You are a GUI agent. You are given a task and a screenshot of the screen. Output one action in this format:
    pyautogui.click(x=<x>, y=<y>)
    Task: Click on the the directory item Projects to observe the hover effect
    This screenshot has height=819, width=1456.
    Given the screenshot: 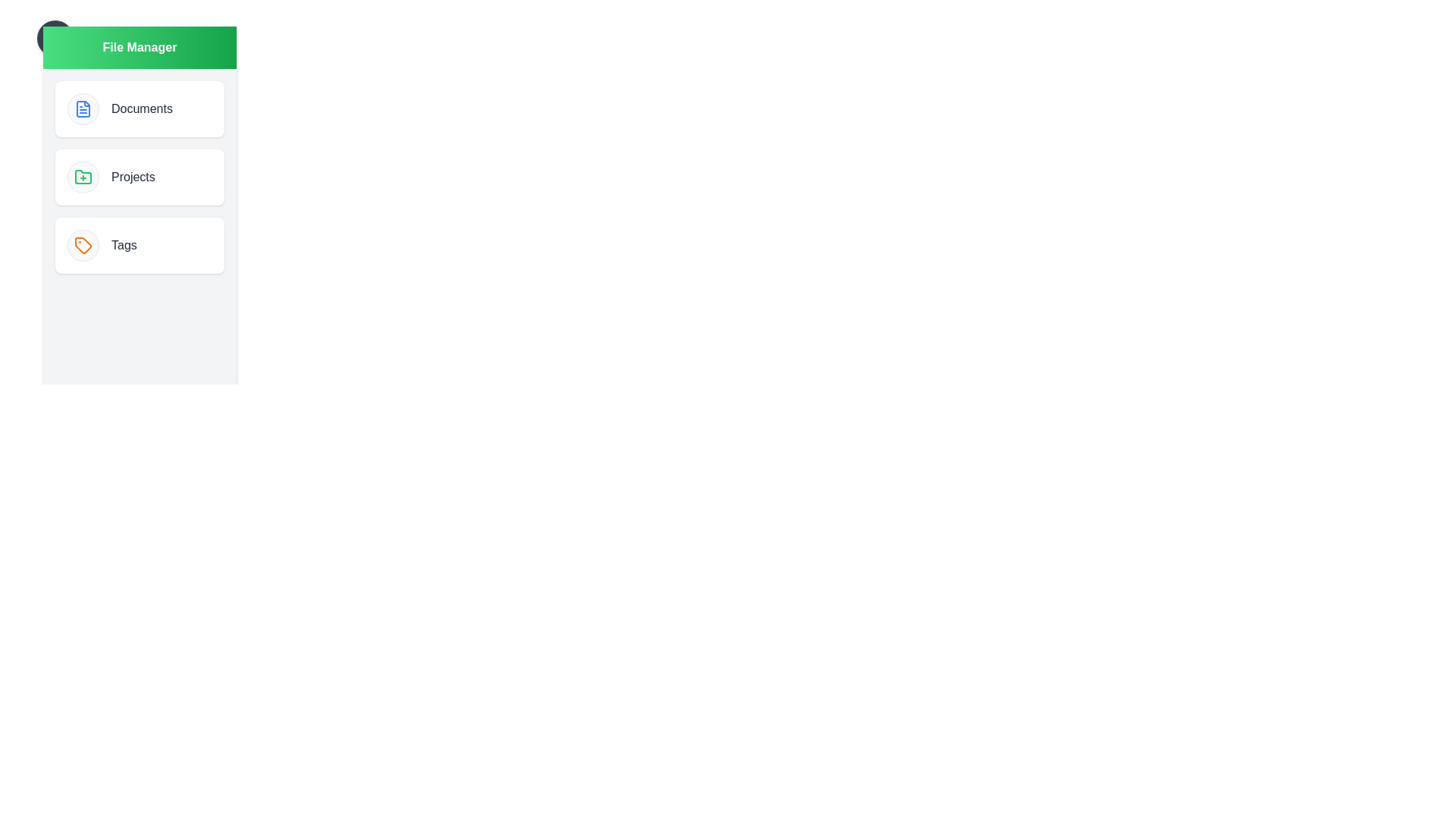 What is the action you would take?
    pyautogui.click(x=140, y=177)
    